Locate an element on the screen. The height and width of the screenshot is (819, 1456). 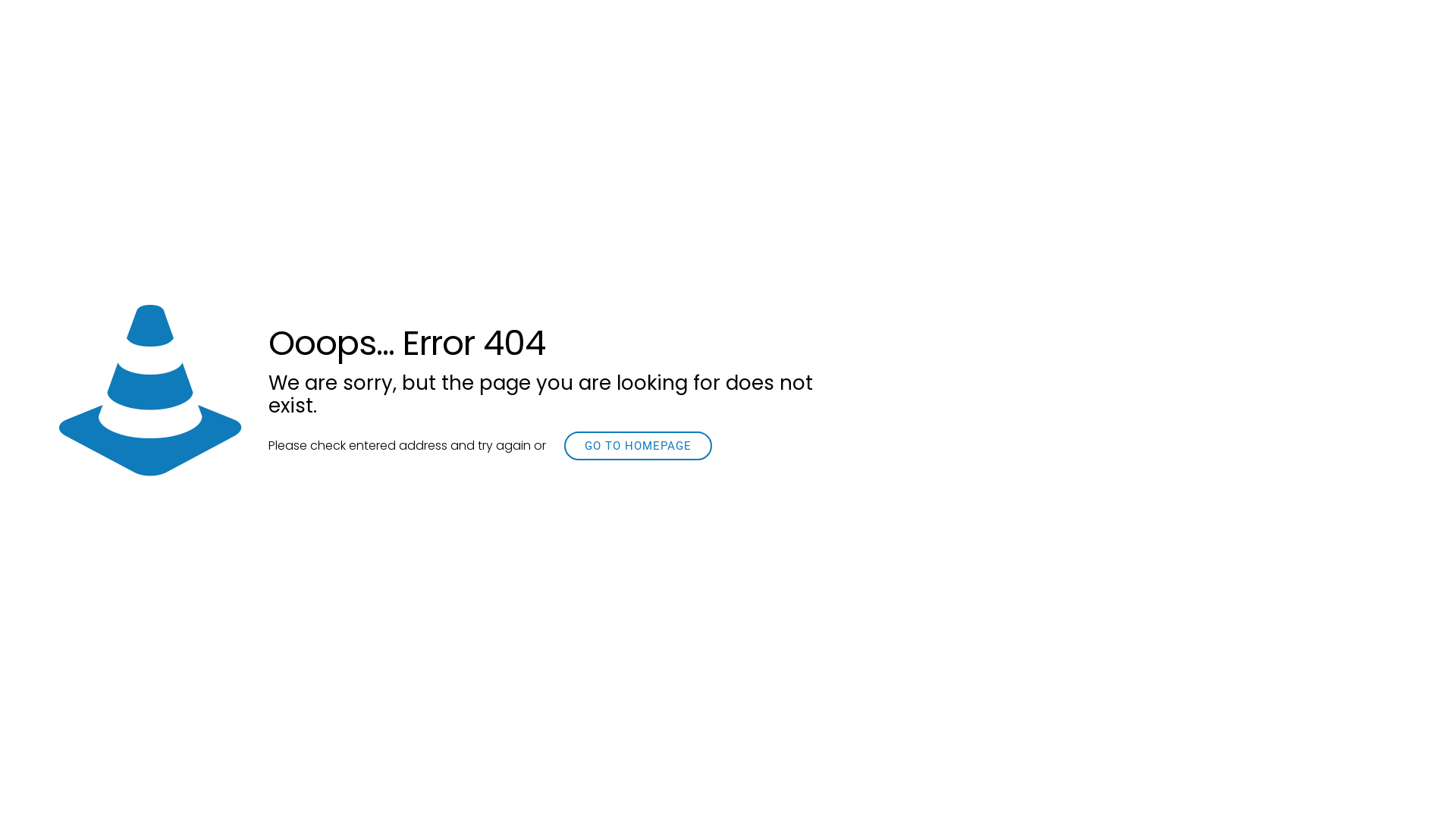
'GO TO HOMEPAGE' is located at coordinates (638, 444).